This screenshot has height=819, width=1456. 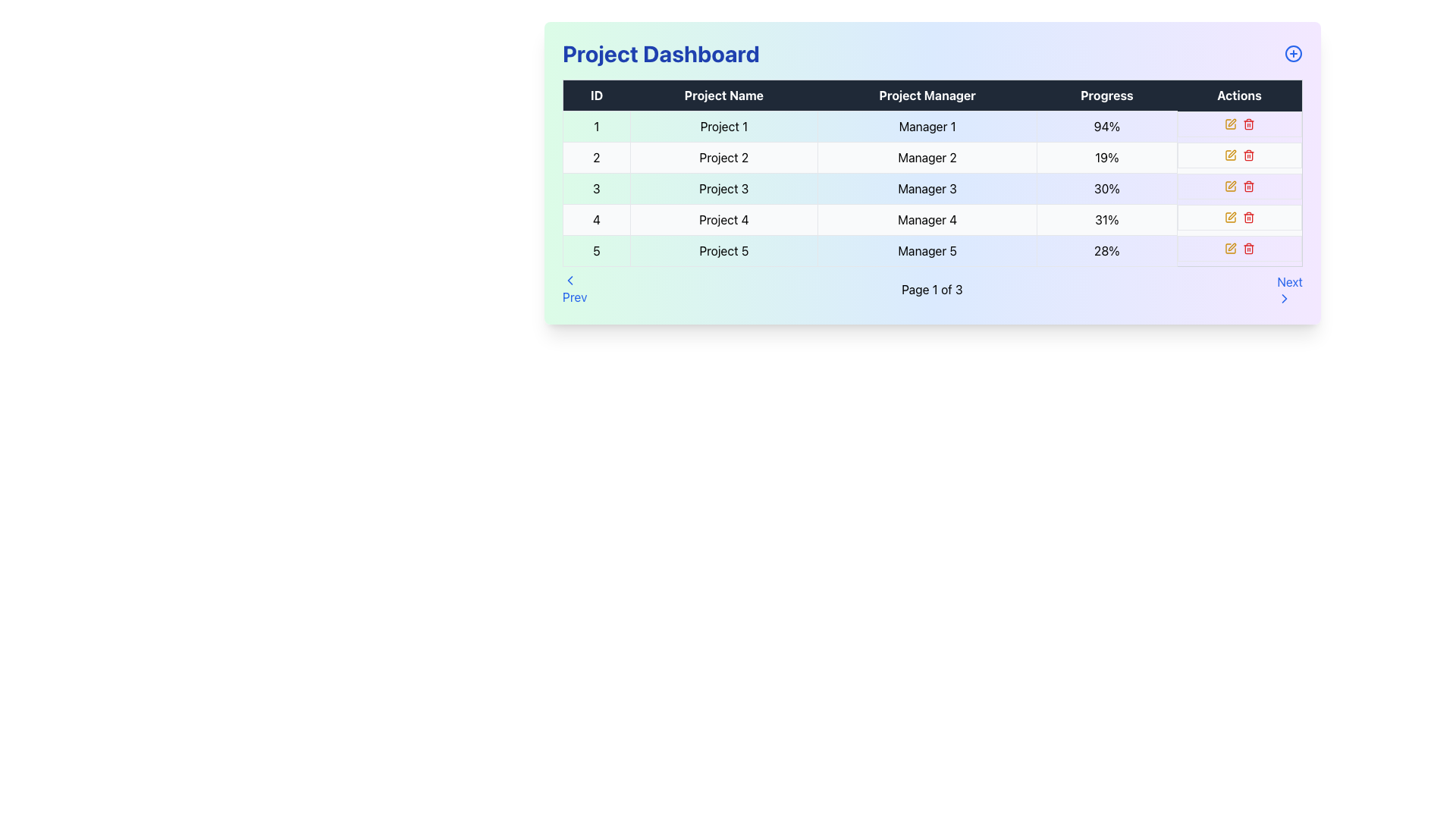 I want to click on the text display showing '19%' which is centrally aligned within the 'Progress' column of the row for 'Project 2', so click(x=1106, y=158).